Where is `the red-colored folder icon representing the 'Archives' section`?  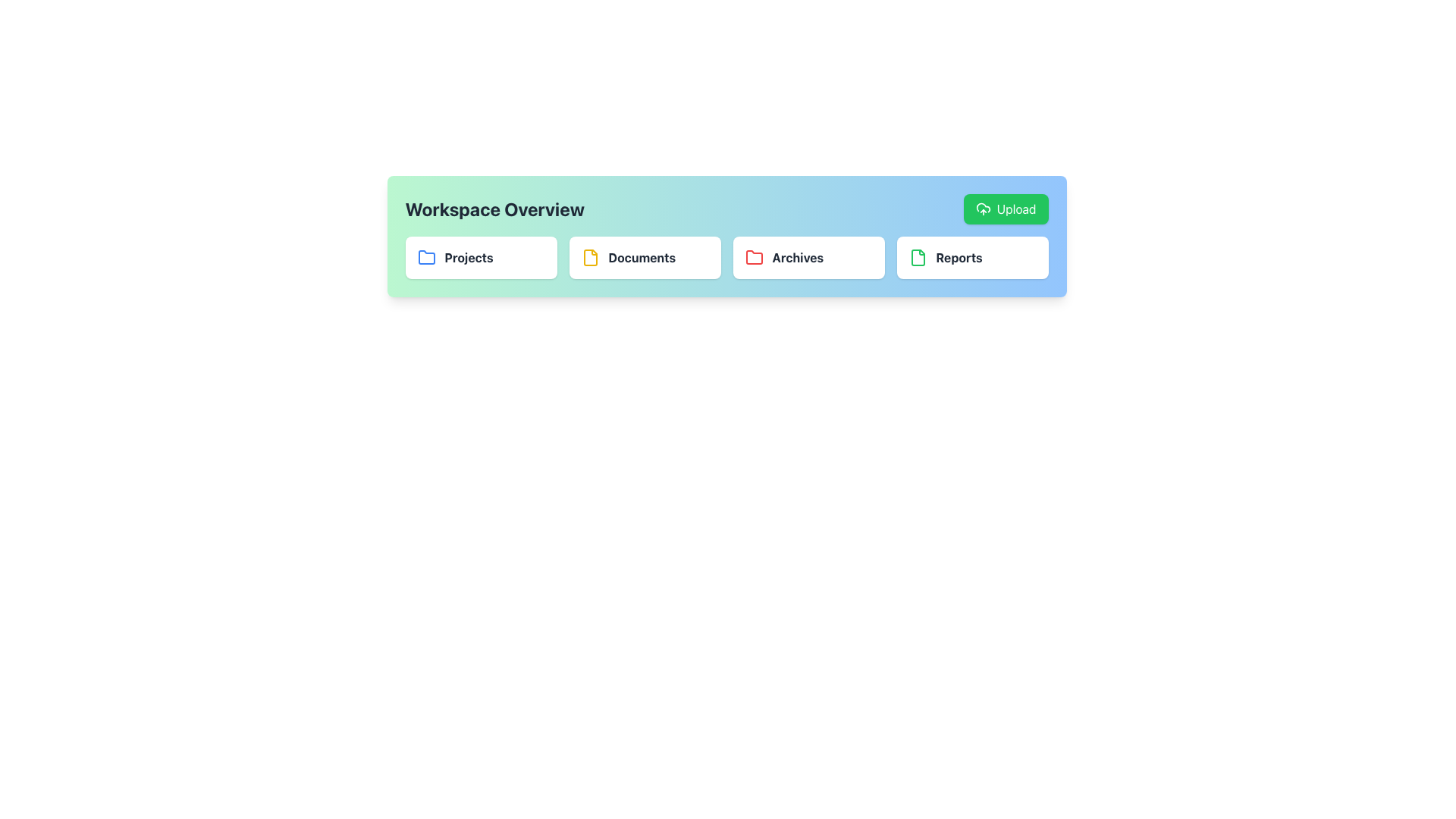 the red-colored folder icon representing the 'Archives' section is located at coordinates (754, 256).